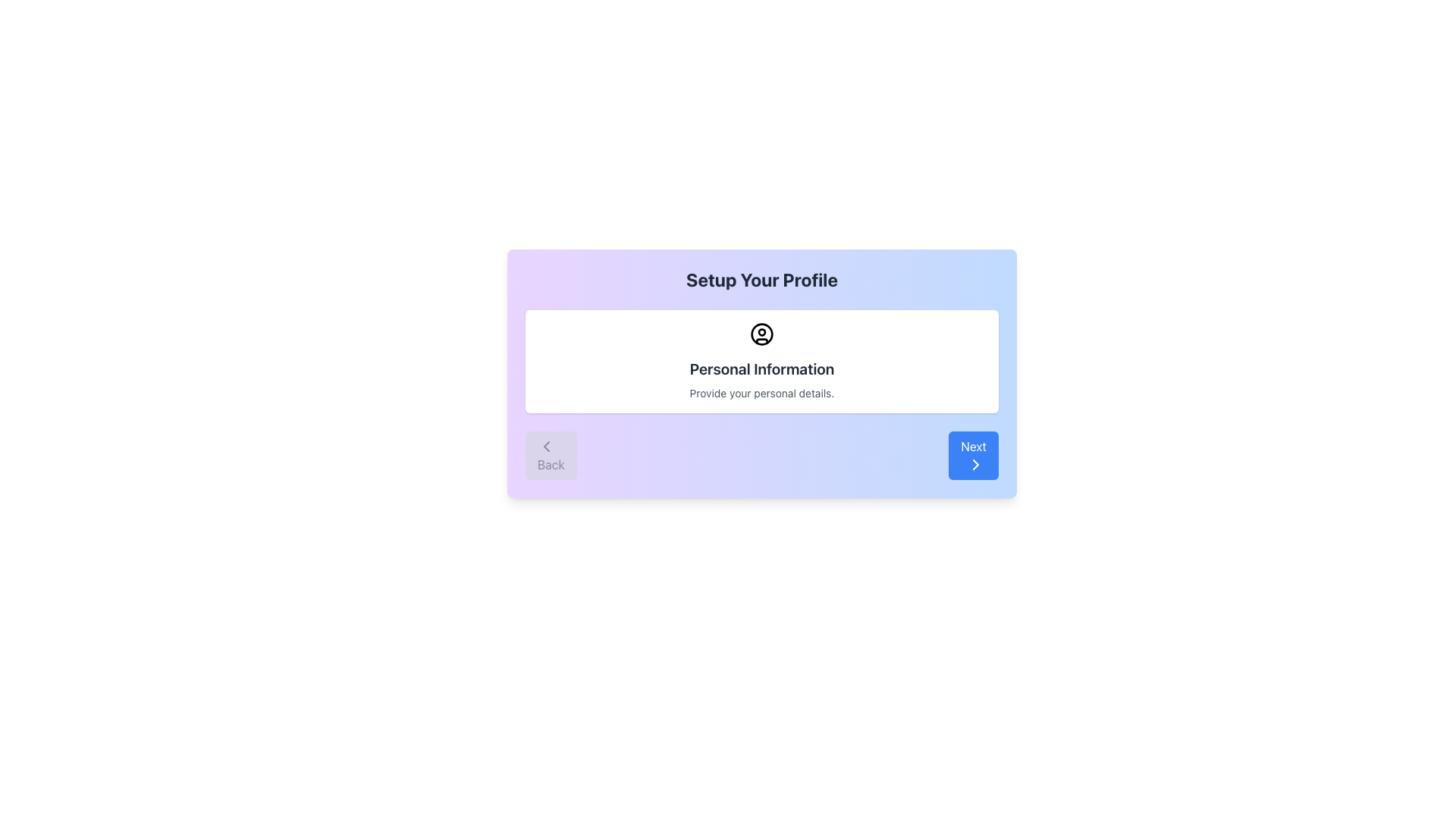 The width and height of the screenshot is (1456, 819). I want to click on the 'Next' button with a blue background and white text located at the bottom right corner of the card interface, so click(974, 455).